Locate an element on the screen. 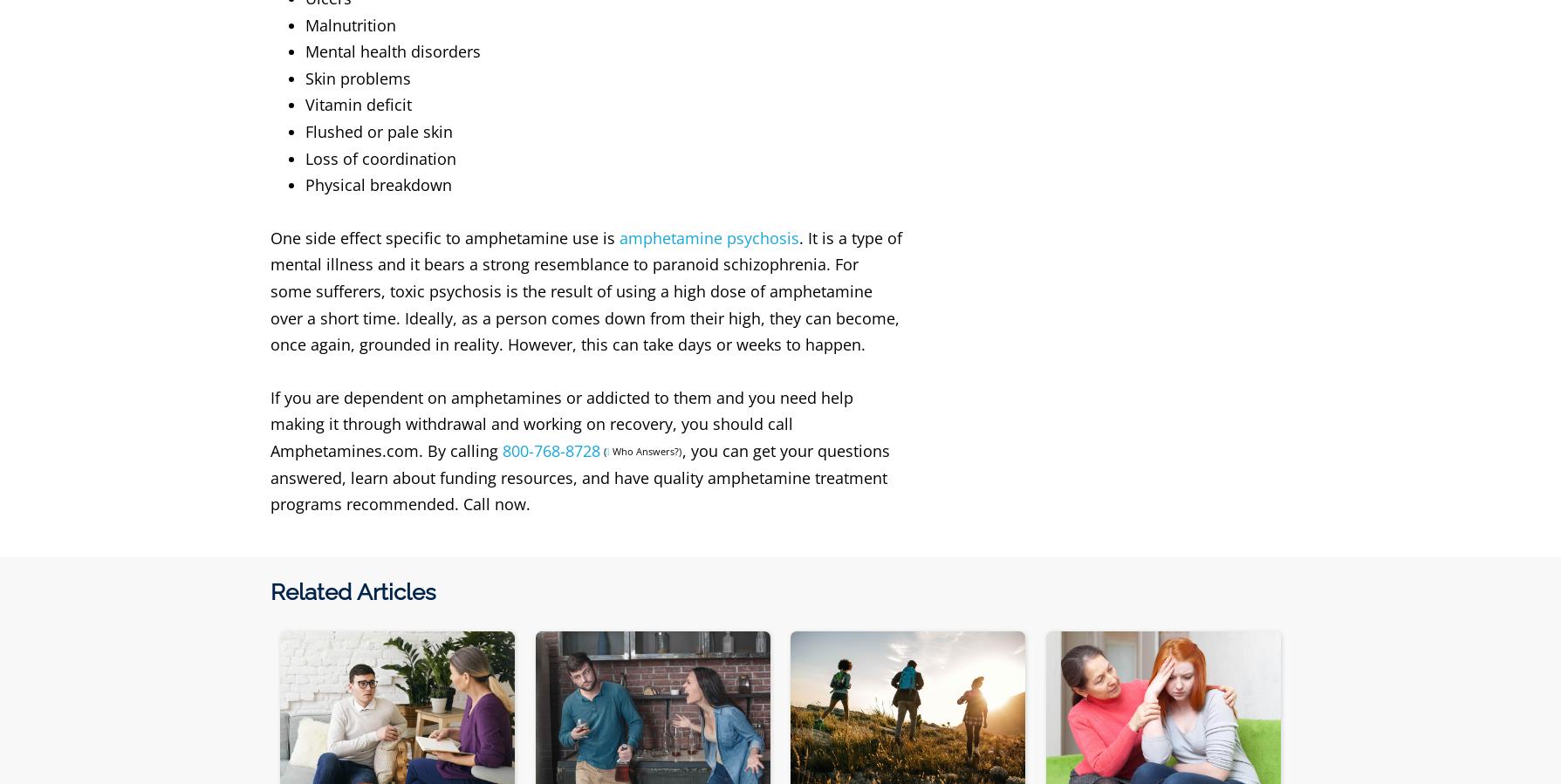  'If you are dependent on amphetamines or addicted to them and you need help making it through withdrawal and working on recovery, you should call Amphetamines.com. By calling' is located at coordinates (560, 423).